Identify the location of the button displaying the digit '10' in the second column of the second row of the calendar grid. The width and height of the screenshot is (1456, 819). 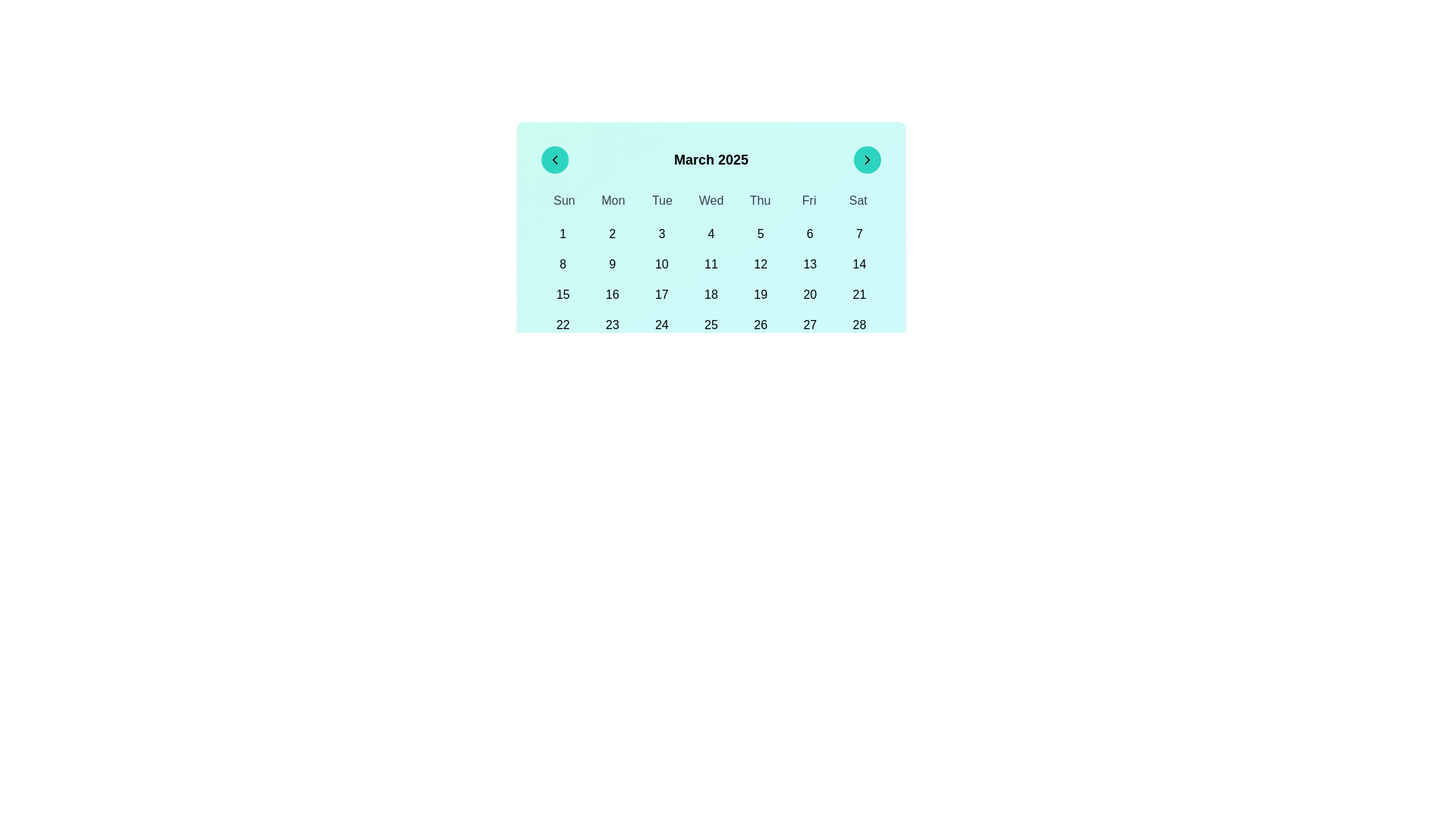
(661, 263).